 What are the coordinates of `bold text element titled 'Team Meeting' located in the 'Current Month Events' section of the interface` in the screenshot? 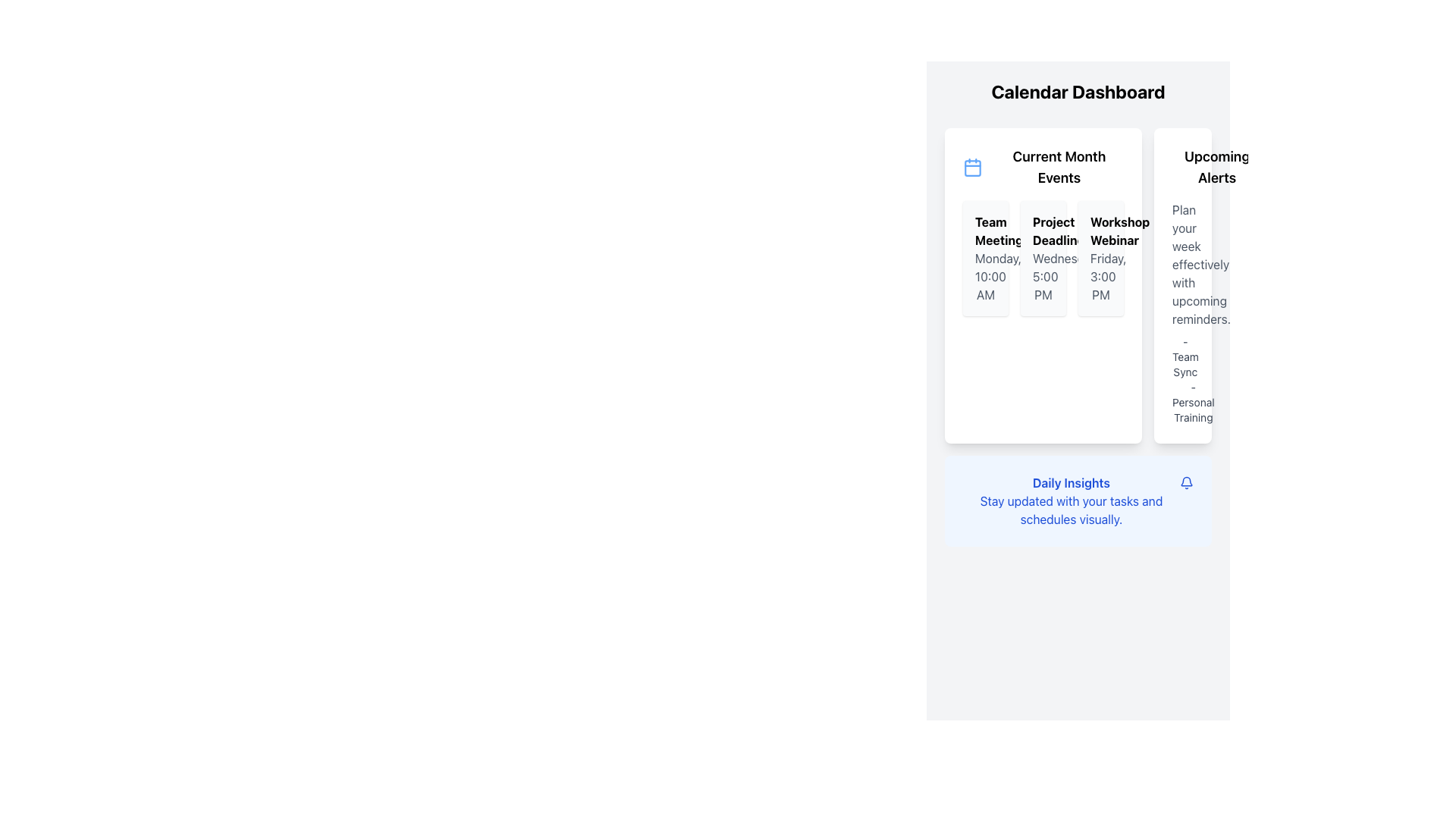 It's located at (986, 231).